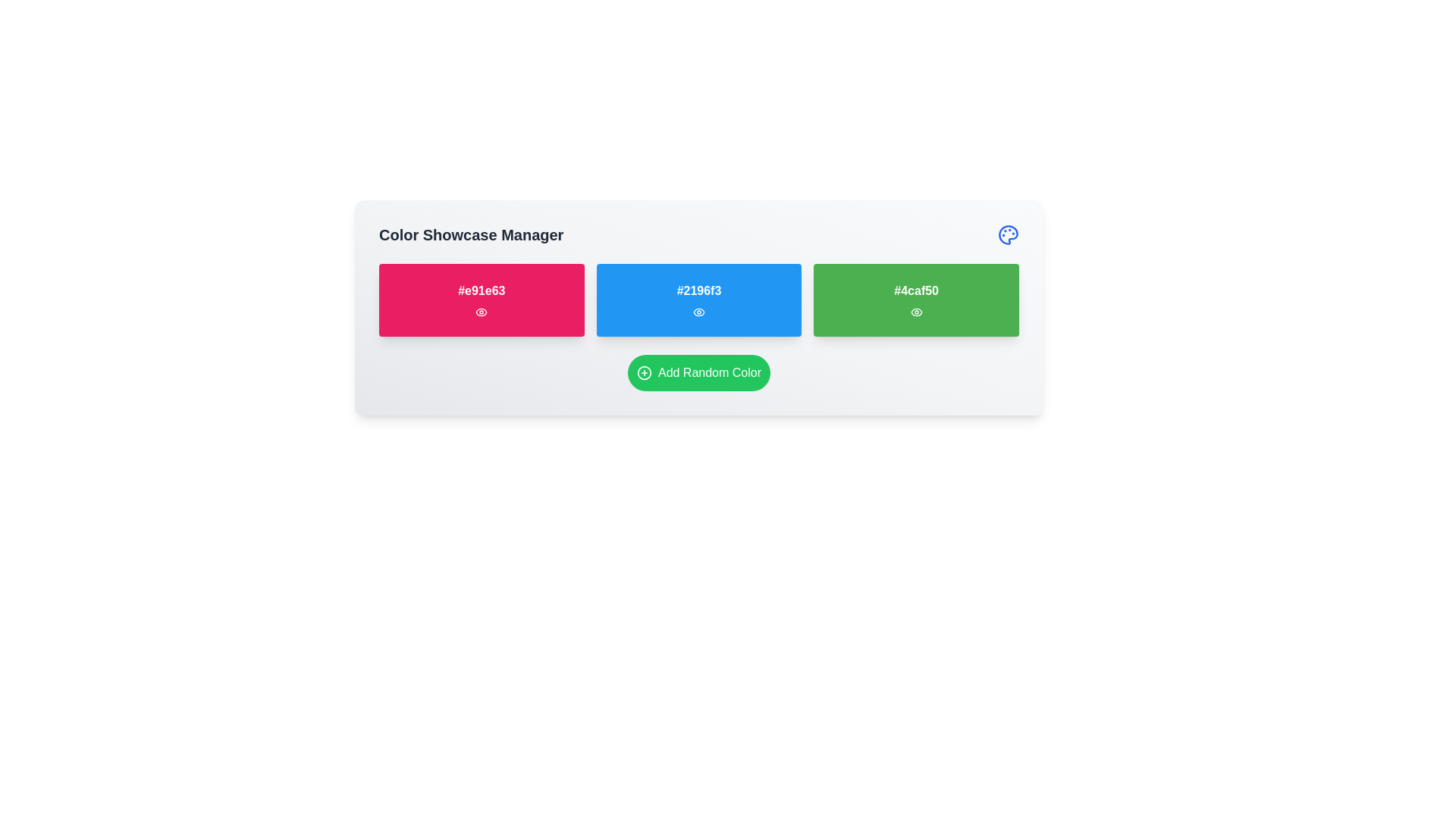 The height and width of the screenshot is (819, 1456). What do you see at coordinates (915, 300) in the screenshot?
I see `the Color Display Tile, which is the third tile in a horizontal row` at bounding box center [915, 300].